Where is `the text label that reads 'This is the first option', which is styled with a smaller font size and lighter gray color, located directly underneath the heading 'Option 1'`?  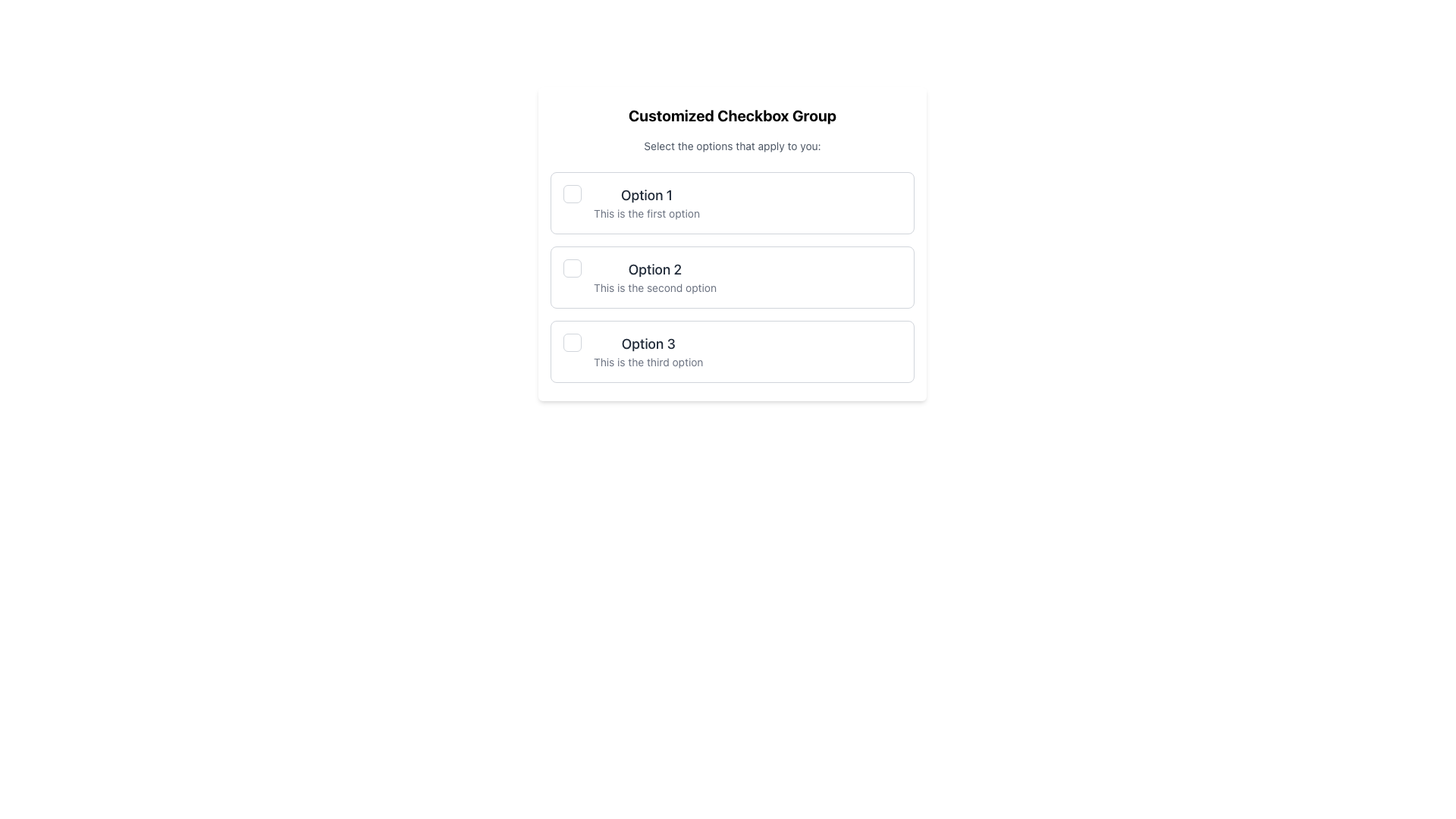 the text label that reads 'This is the first option', which is styled with a smaller font size and lighter gray color, located directly underneath the heading 'Option 1' is located at coordinates (647, 213).